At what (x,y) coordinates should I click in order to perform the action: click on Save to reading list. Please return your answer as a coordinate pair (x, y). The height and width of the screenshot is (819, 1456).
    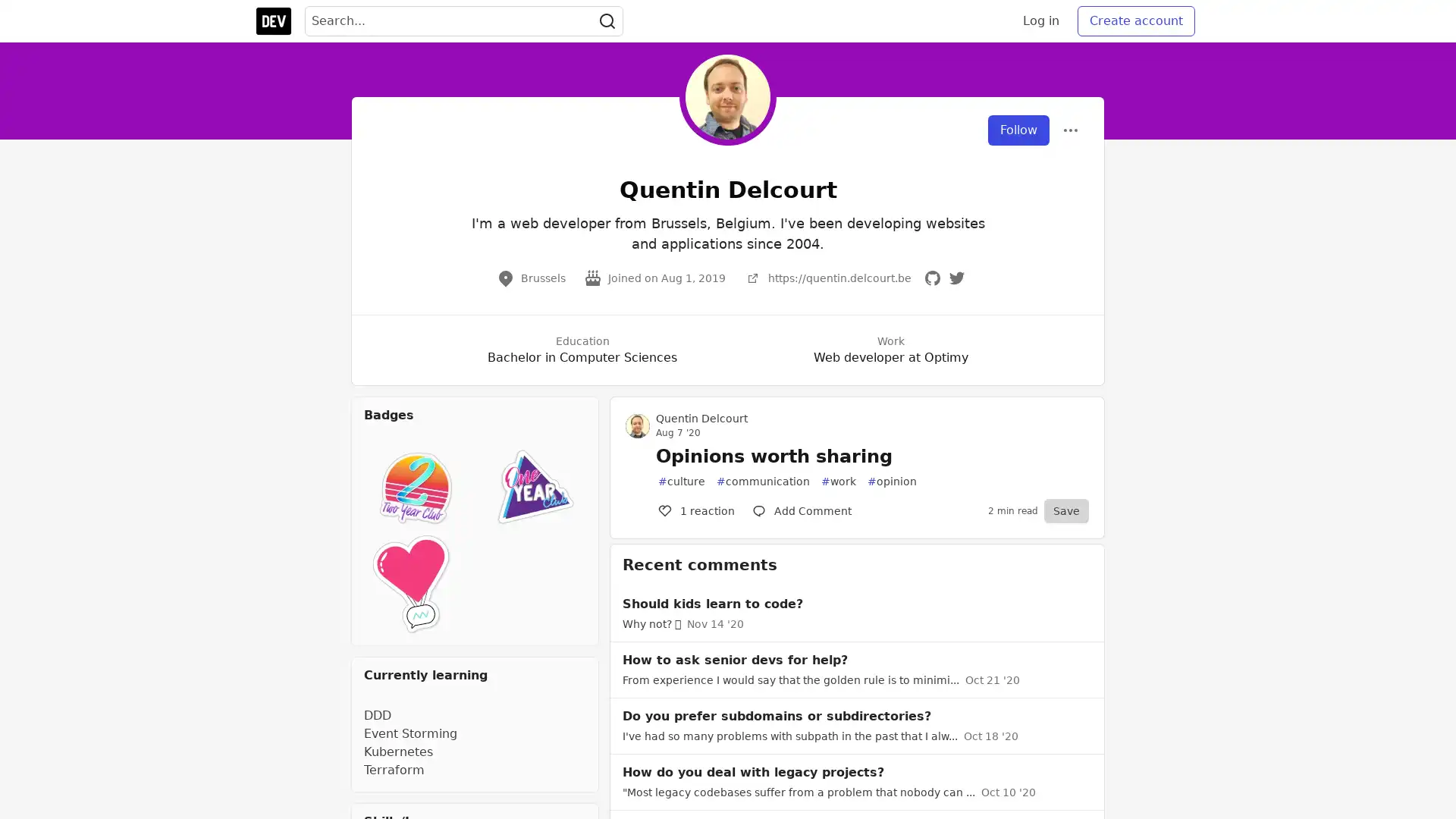
    Looking at the image, I should click on (1065, 511).